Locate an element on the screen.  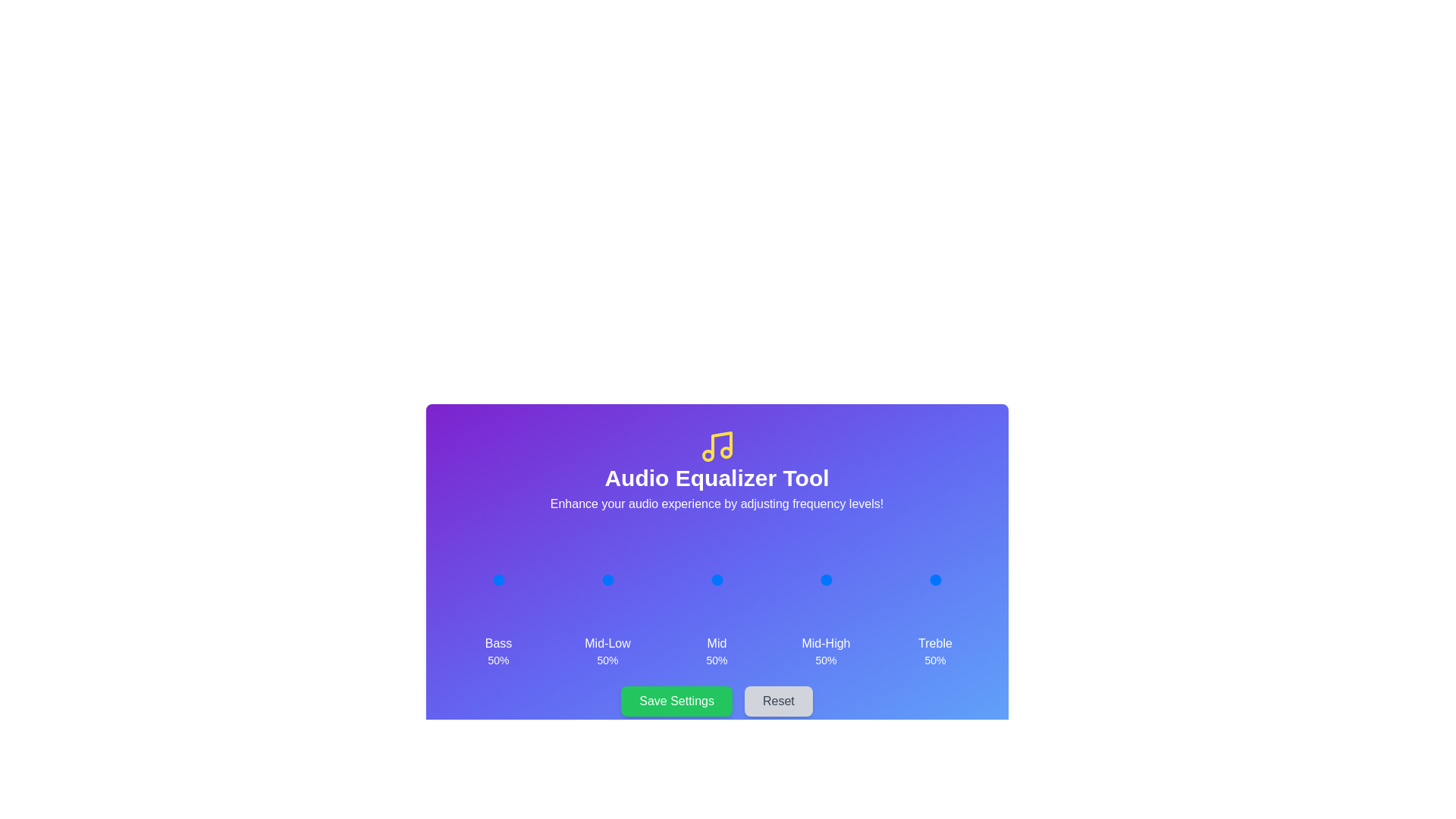
the 1 slider to 62% is located at coordinates (613, 579).